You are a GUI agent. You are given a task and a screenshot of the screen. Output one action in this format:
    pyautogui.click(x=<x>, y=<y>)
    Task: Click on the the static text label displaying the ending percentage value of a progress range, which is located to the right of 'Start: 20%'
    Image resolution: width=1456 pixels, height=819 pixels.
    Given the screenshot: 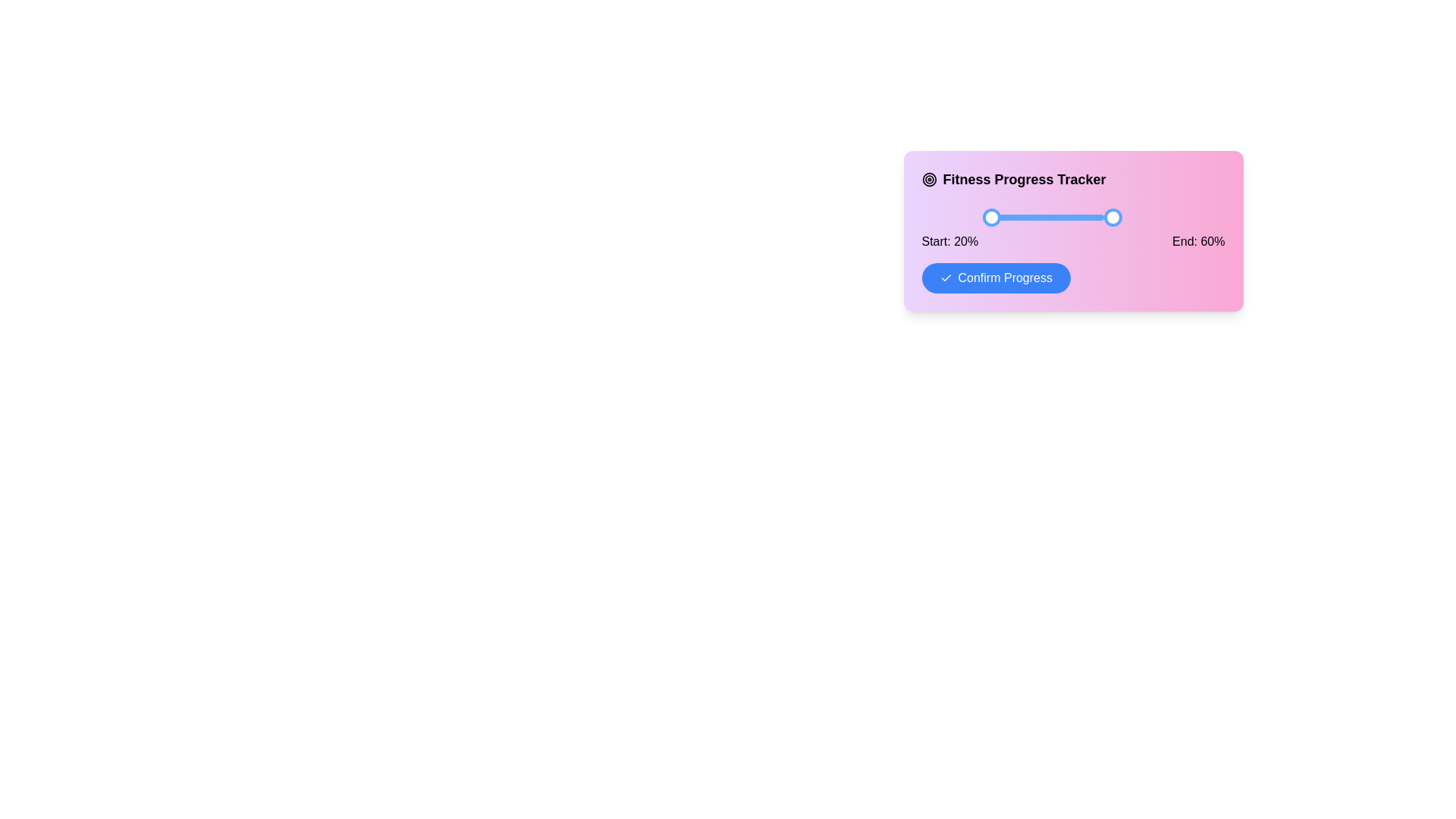 What is the action you would take?
    pyautogui.click(x=1197, y=241)
    